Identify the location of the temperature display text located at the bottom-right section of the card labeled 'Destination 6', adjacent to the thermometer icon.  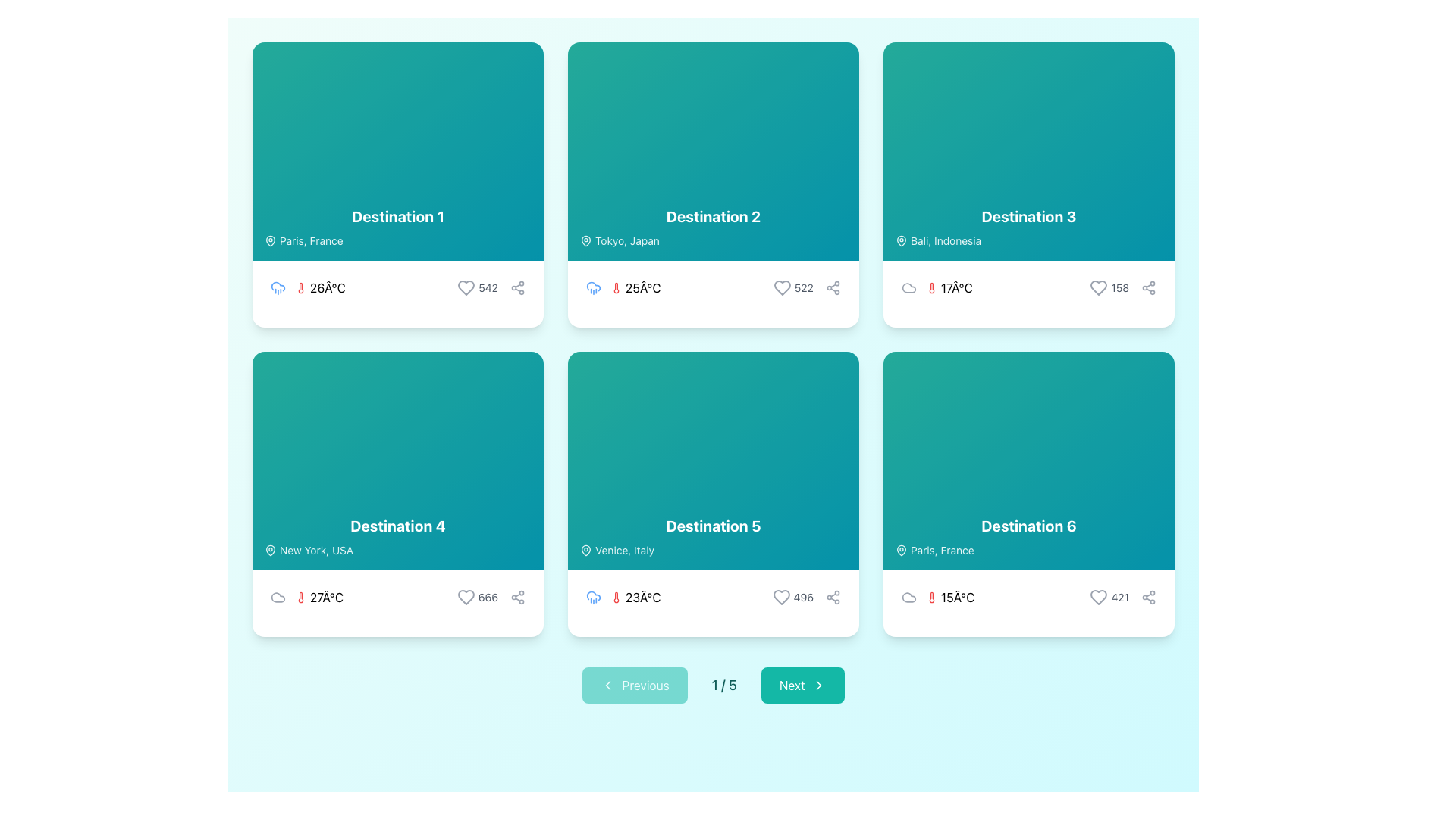
(957, 596).